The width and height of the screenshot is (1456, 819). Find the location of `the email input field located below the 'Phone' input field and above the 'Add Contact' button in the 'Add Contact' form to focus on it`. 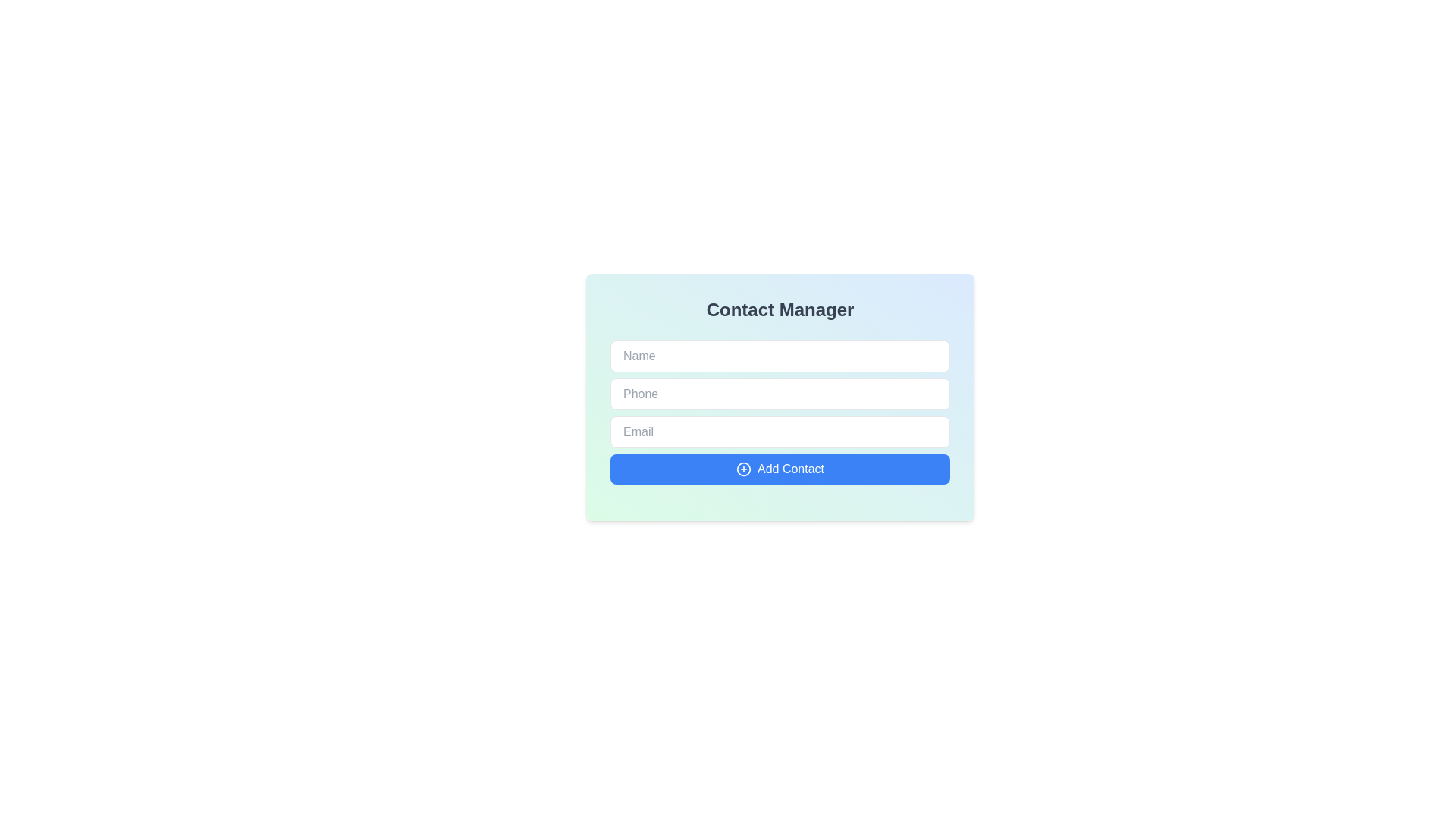

the email input field located below the 'Phone' input field and above the 'Add Contact' button in the 'Add Contact' form to focus on it is located at coordinates (780, 432).